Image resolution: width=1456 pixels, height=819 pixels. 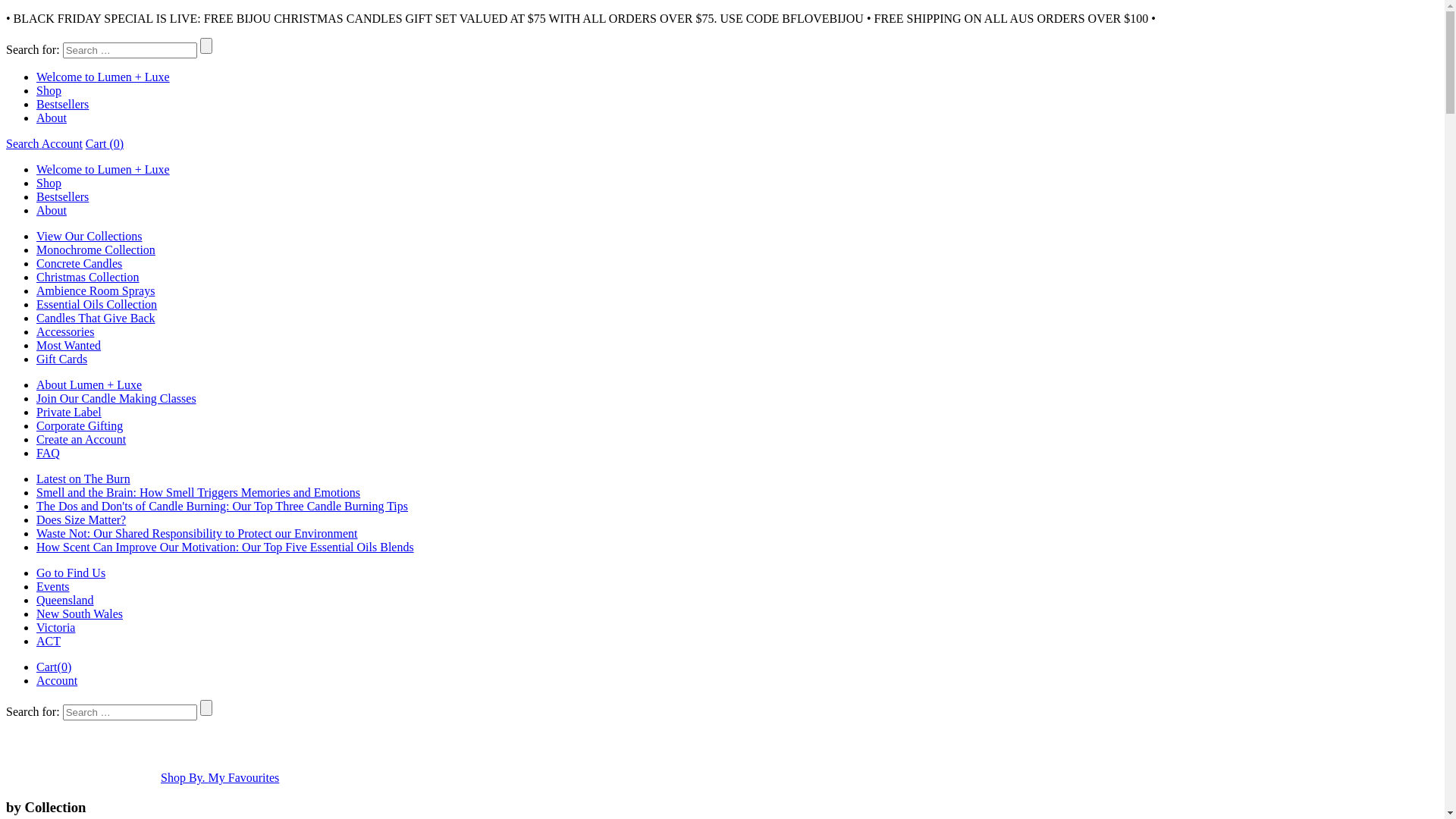 I want to click on 'Shop', so click(x=49, y=182).